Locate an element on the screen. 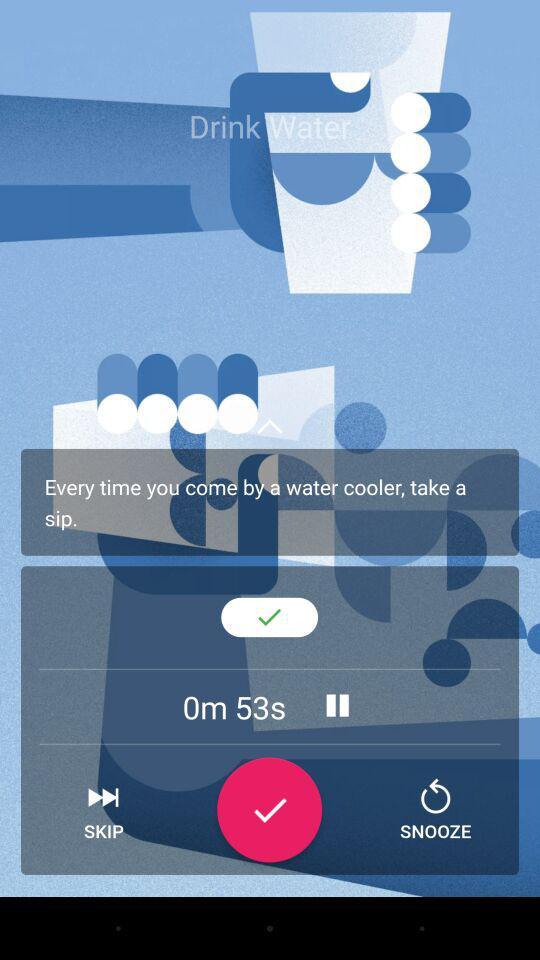 The height and width of the screenshot is (960, 540). pause button is located at coordinates (337, 705).